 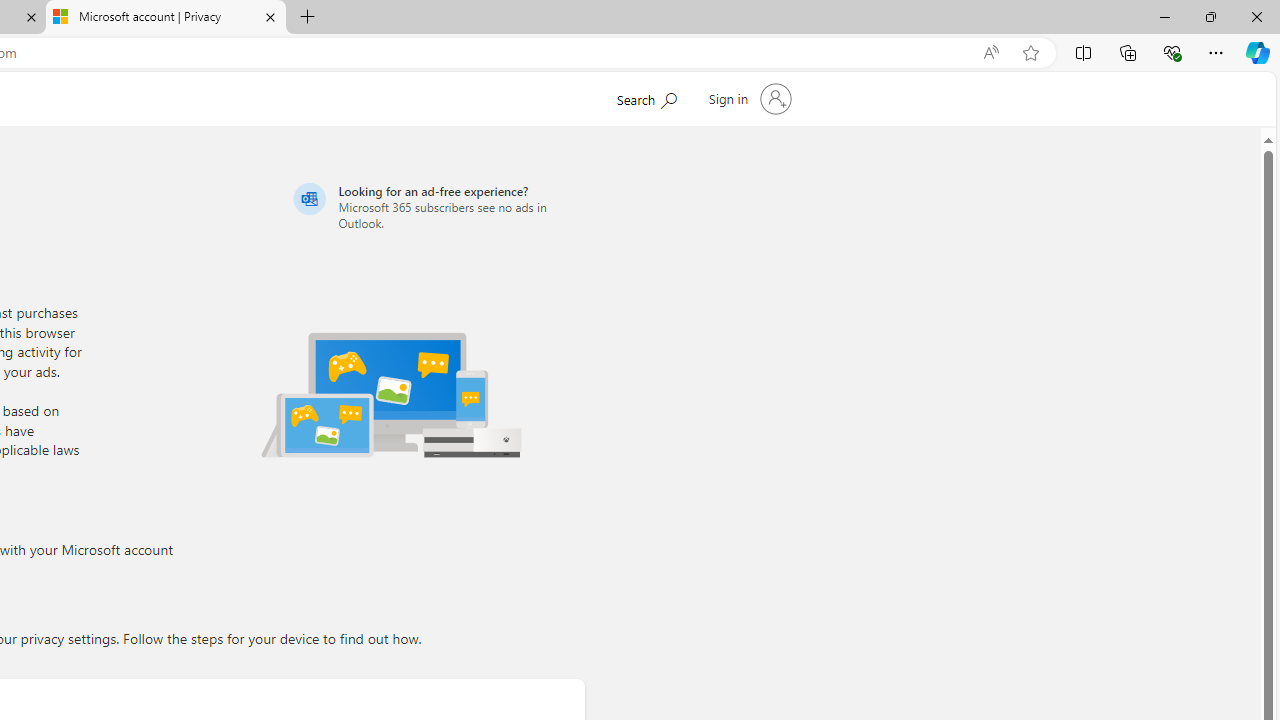 I want to click on 'Microsoft account | Privacy', so click(x=166, y=17).